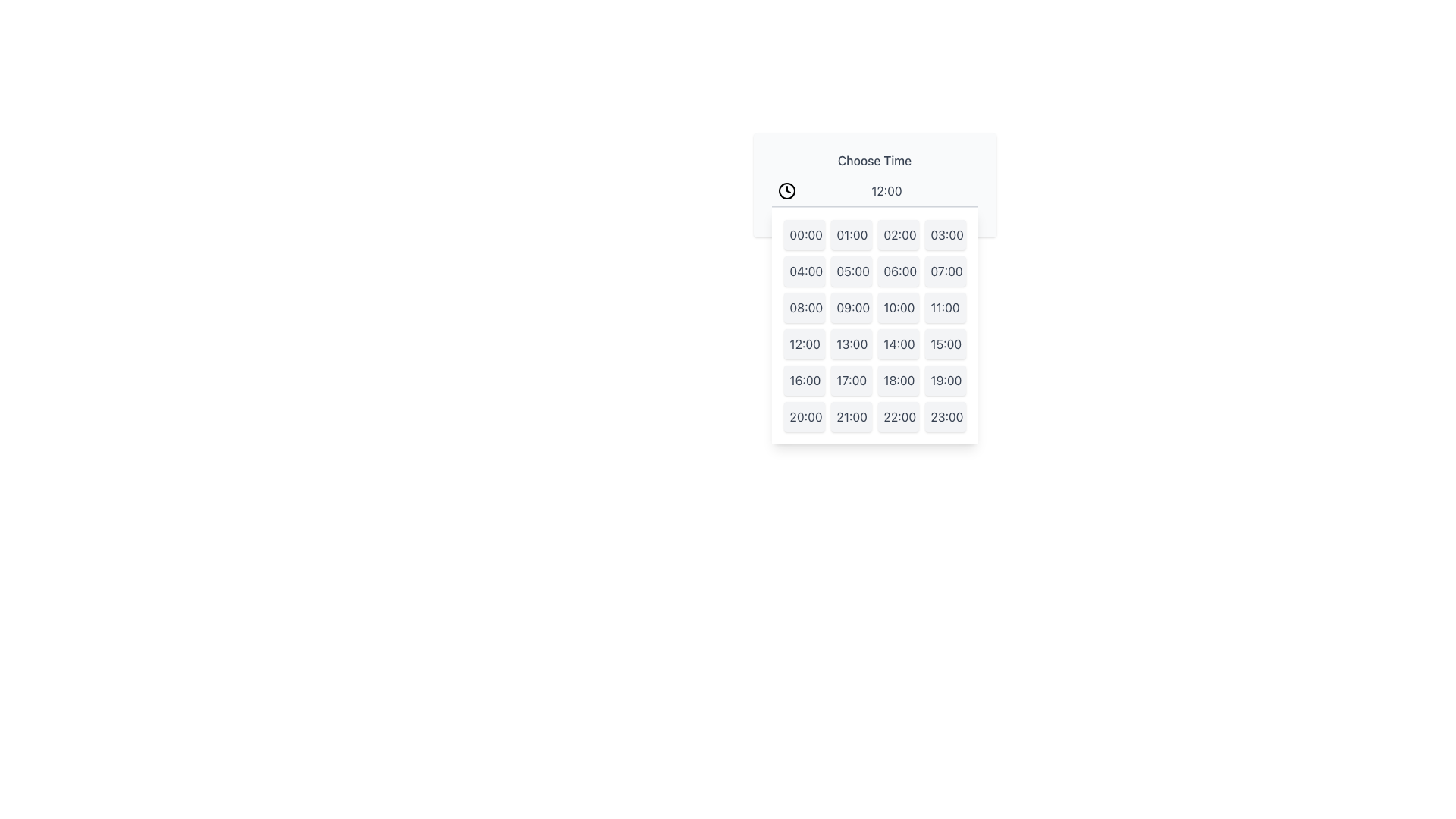 Image resolution: width=1456 pixels, height=819 pixels. Describe the element at coordinates (874, 190) in the screenshot. I see `the Time selector display field located below the 'Choose Time' header` at that location.